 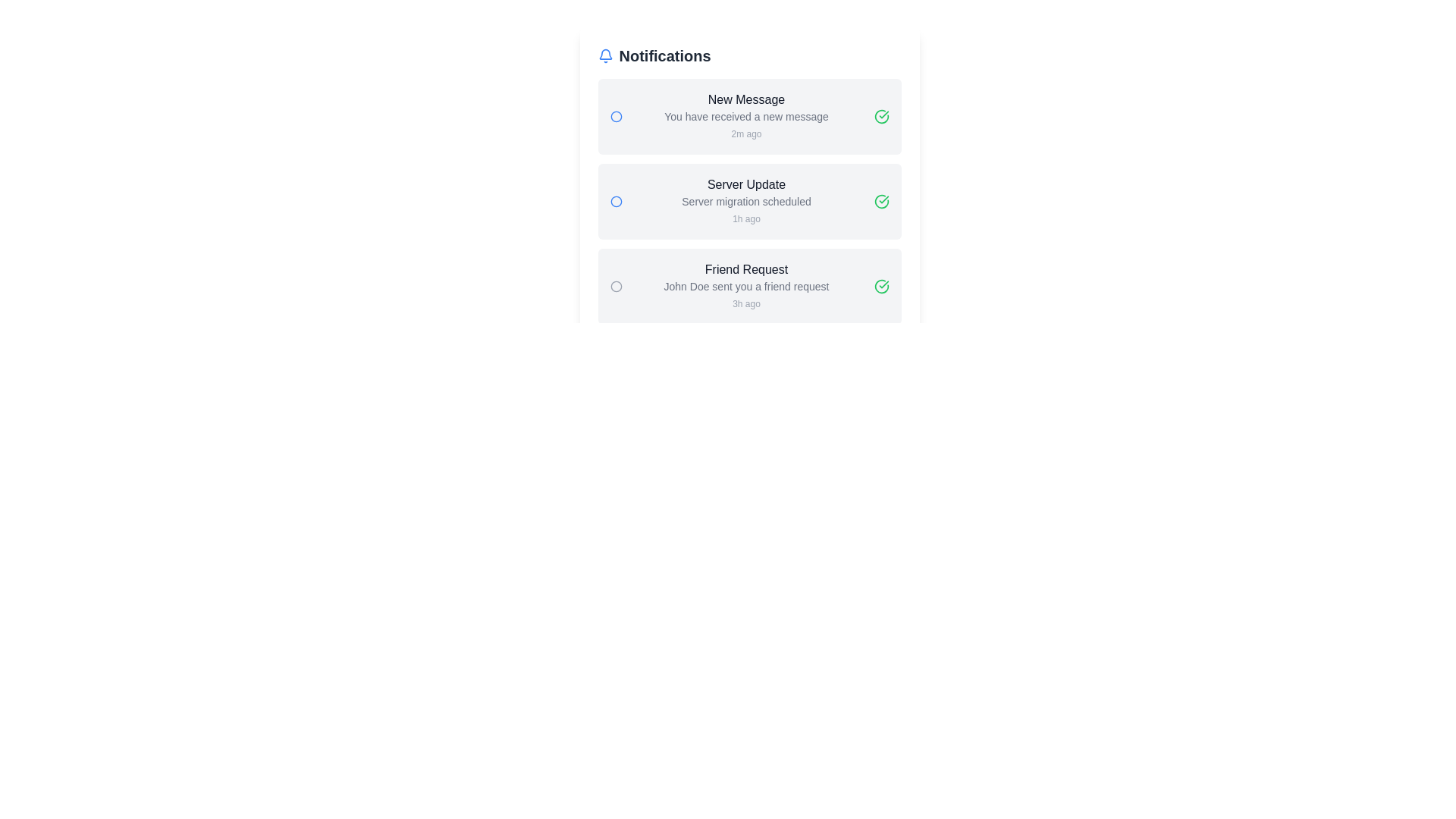 I want to click on the icon indicating the state of the 'Server Update' notification, which is located at the leftmost part of the notification and precedes the text content, so click(x=616, y=201).